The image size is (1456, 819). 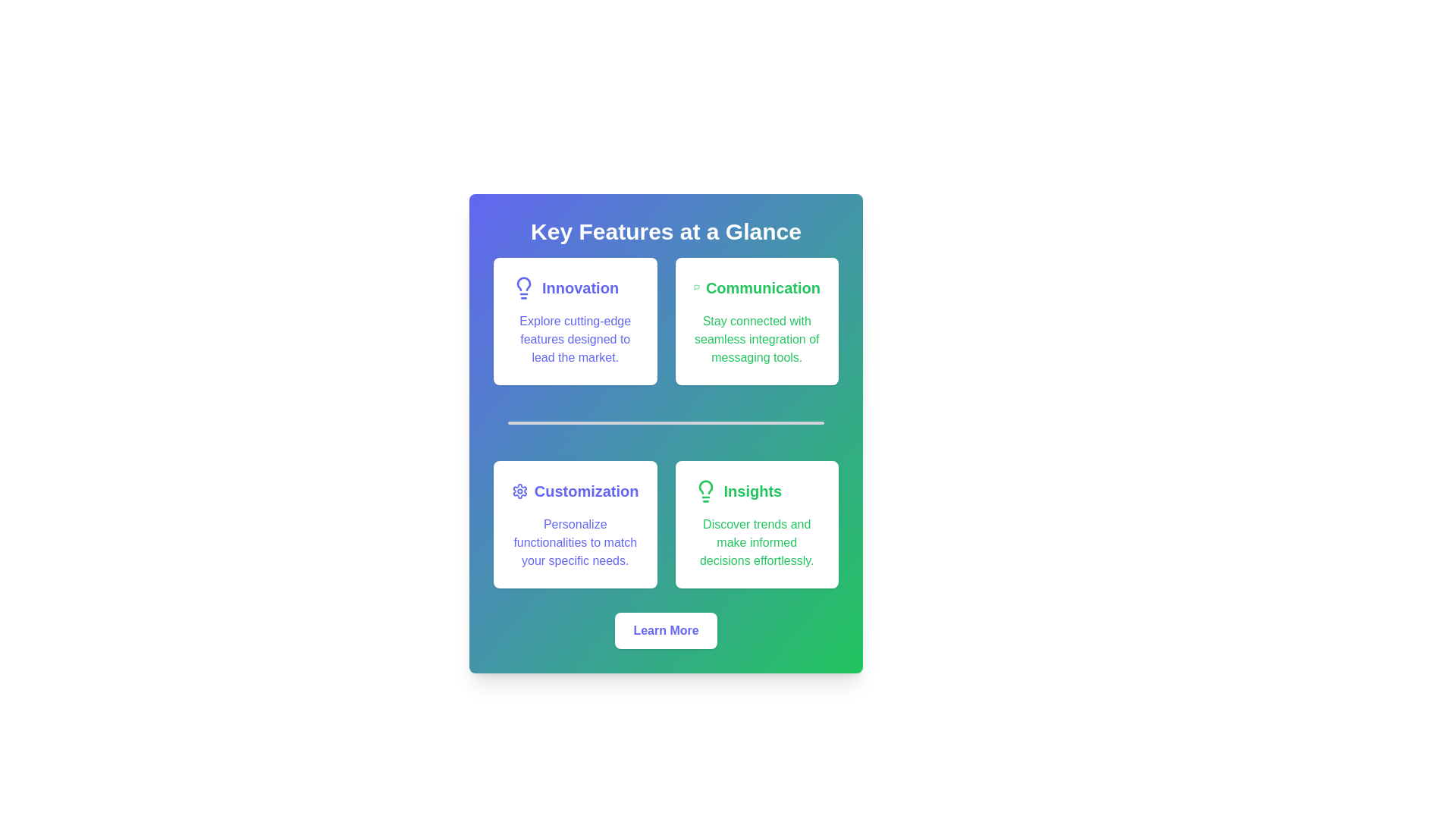 I want to click on the 'Innovation' text label with the lightbulb icon located in the upper-left quadrant of the layout, as it may have interactive actions associated with it, so click(x=574, y=288).